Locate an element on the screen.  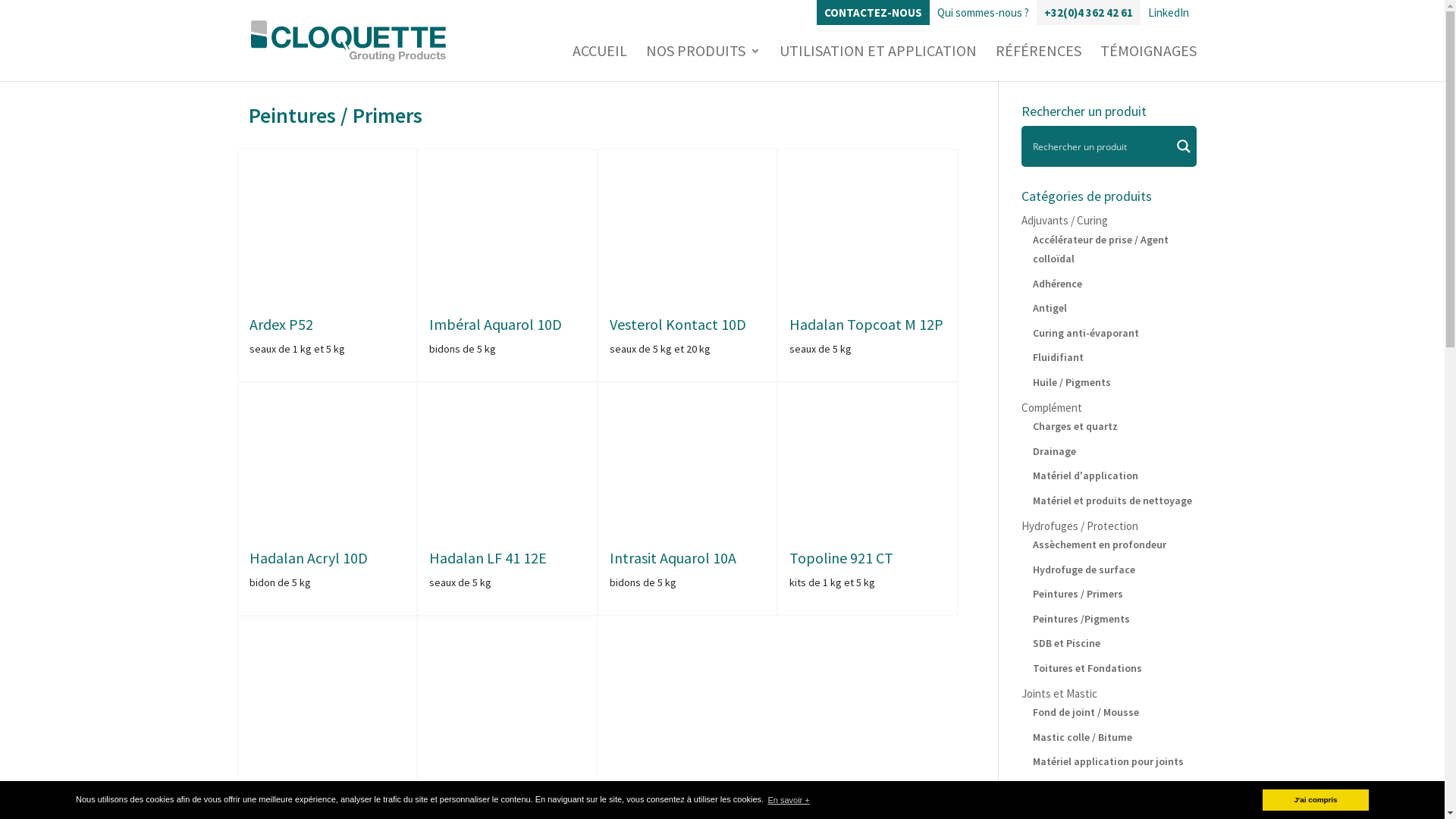
'Antigel' is located at coordinates (1049, 307).